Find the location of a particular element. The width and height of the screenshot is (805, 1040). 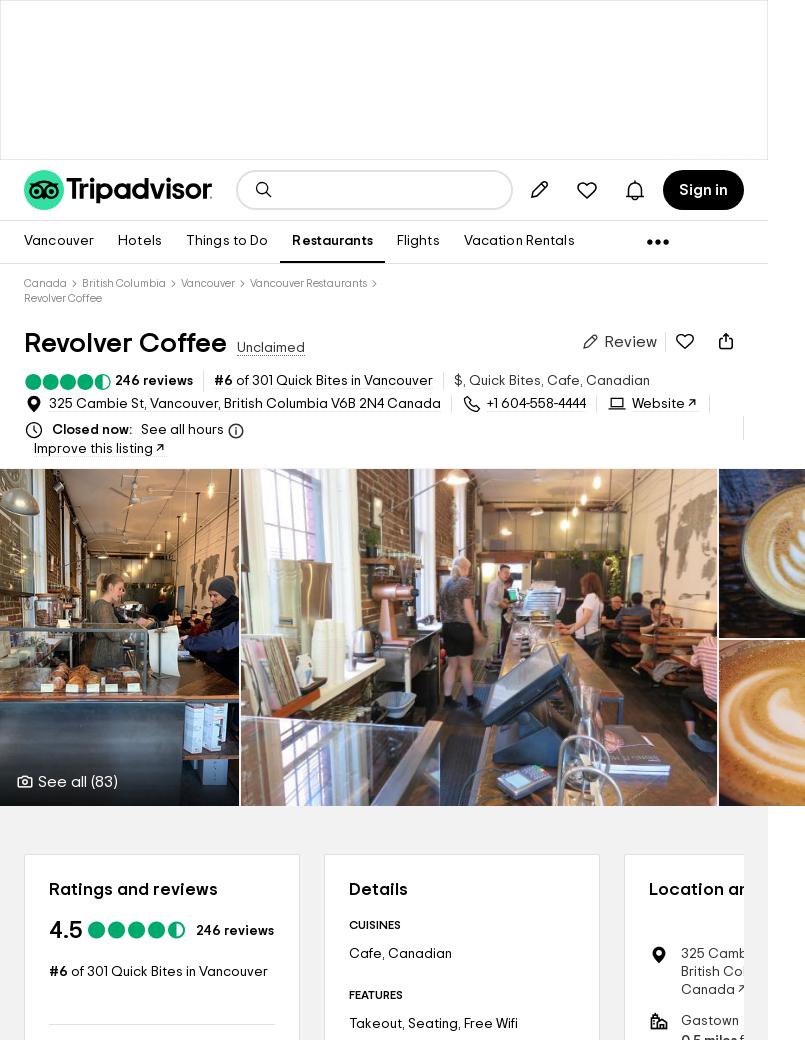

'Restaurants' is located at coordinates (330, 240).